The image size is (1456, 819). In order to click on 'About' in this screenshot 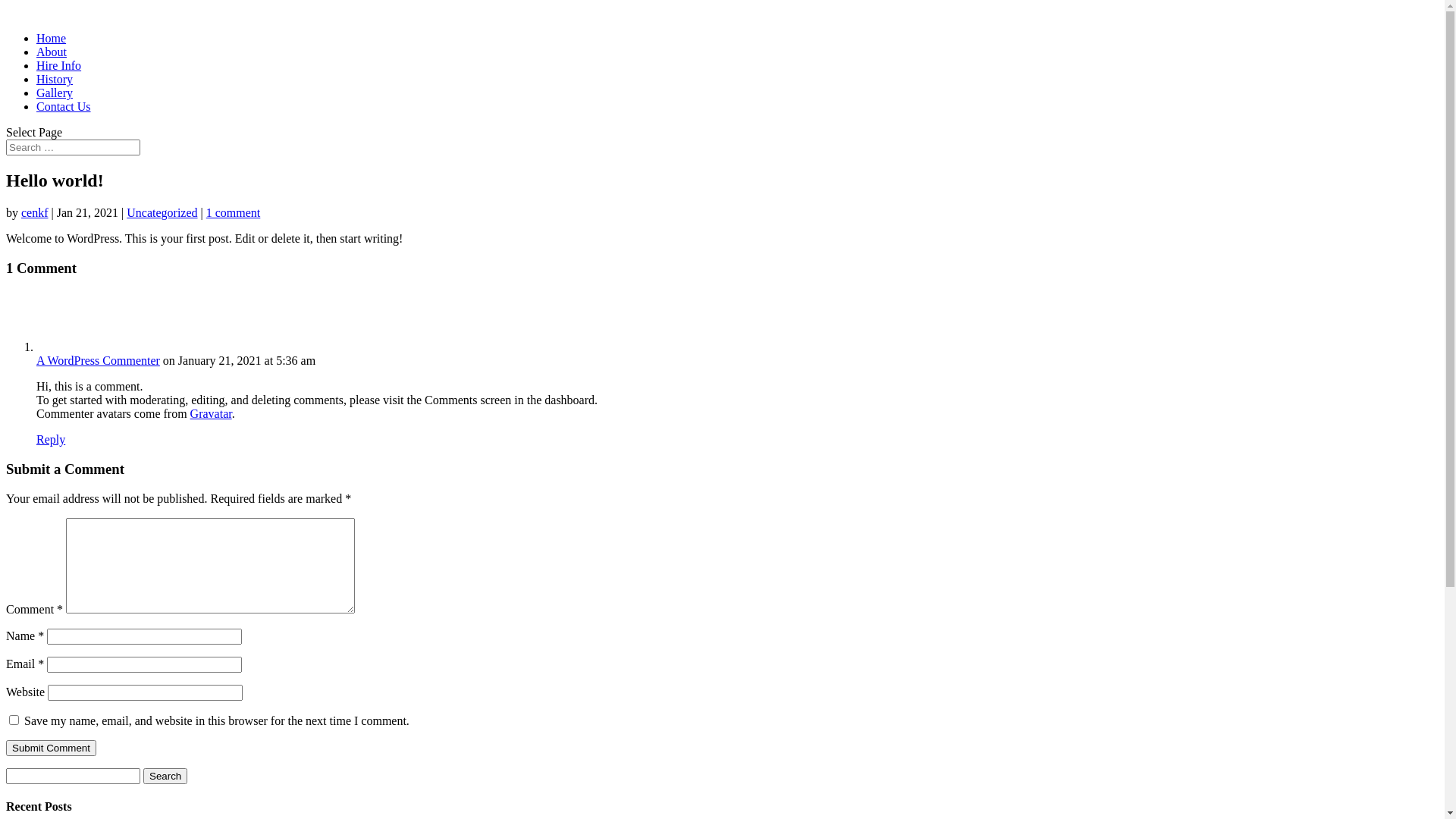, I will do `click(36, 51)`.